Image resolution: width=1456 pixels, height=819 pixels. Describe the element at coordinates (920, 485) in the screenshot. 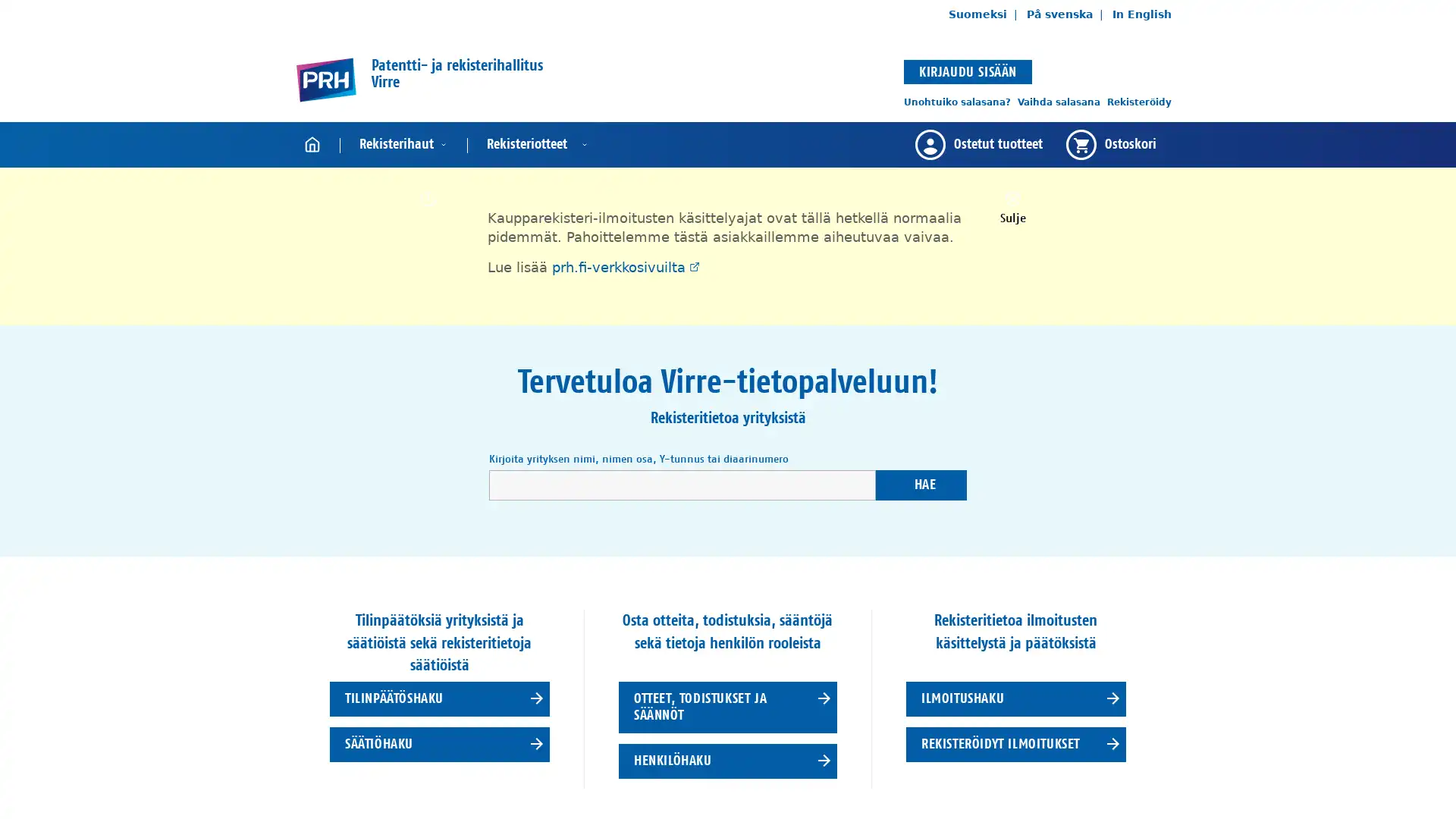

I see `HAE` at that location.